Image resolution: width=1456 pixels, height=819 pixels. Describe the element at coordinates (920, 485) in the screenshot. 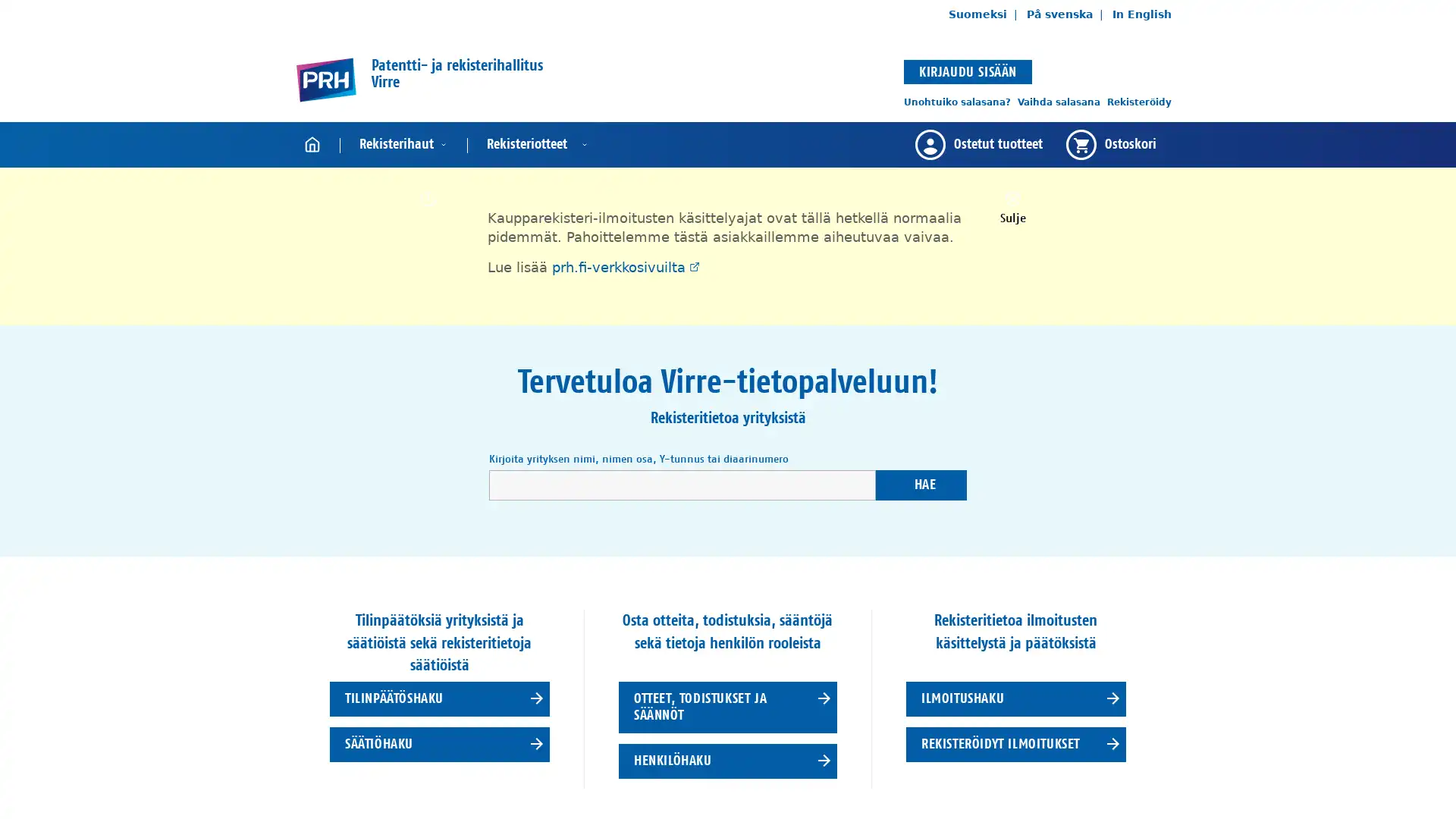

I see `HAE` at that location.